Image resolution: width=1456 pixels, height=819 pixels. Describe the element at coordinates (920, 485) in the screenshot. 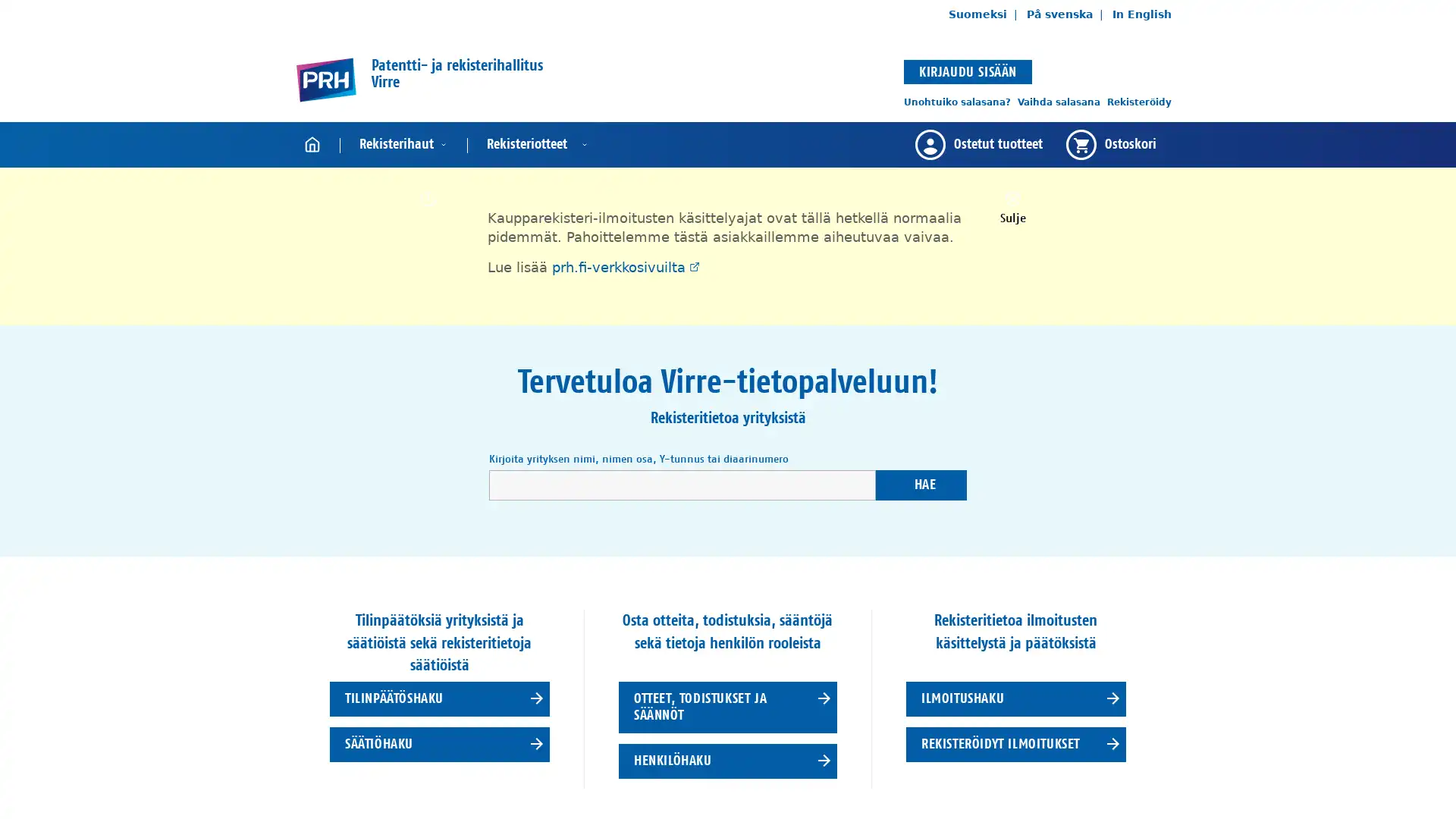

I see `HAE` at that location.